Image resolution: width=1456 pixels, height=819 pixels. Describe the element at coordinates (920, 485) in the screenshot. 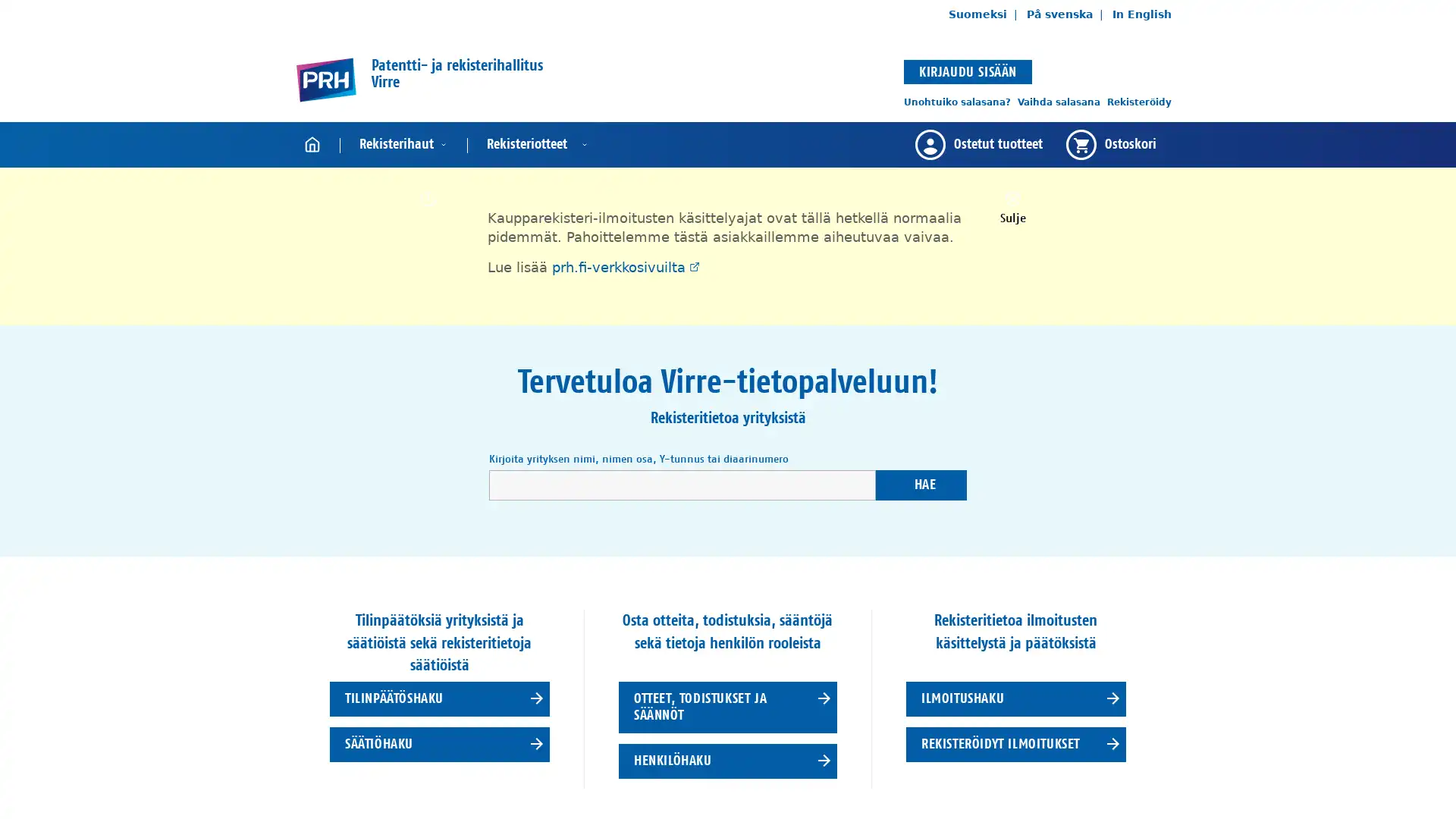

I see `HAE` at that location.